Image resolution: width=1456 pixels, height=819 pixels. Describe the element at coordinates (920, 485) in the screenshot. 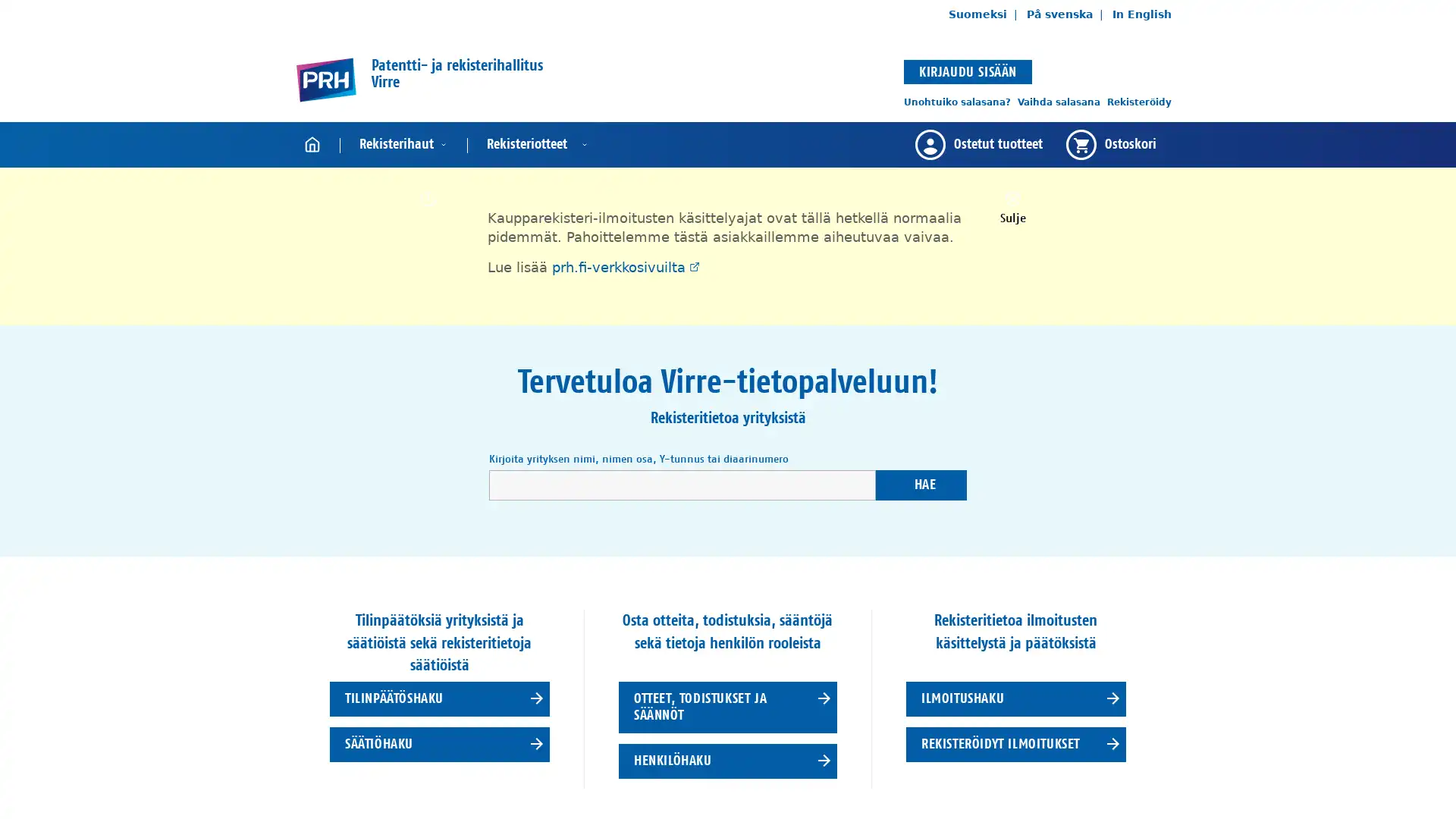

I see `HAE` at that location.